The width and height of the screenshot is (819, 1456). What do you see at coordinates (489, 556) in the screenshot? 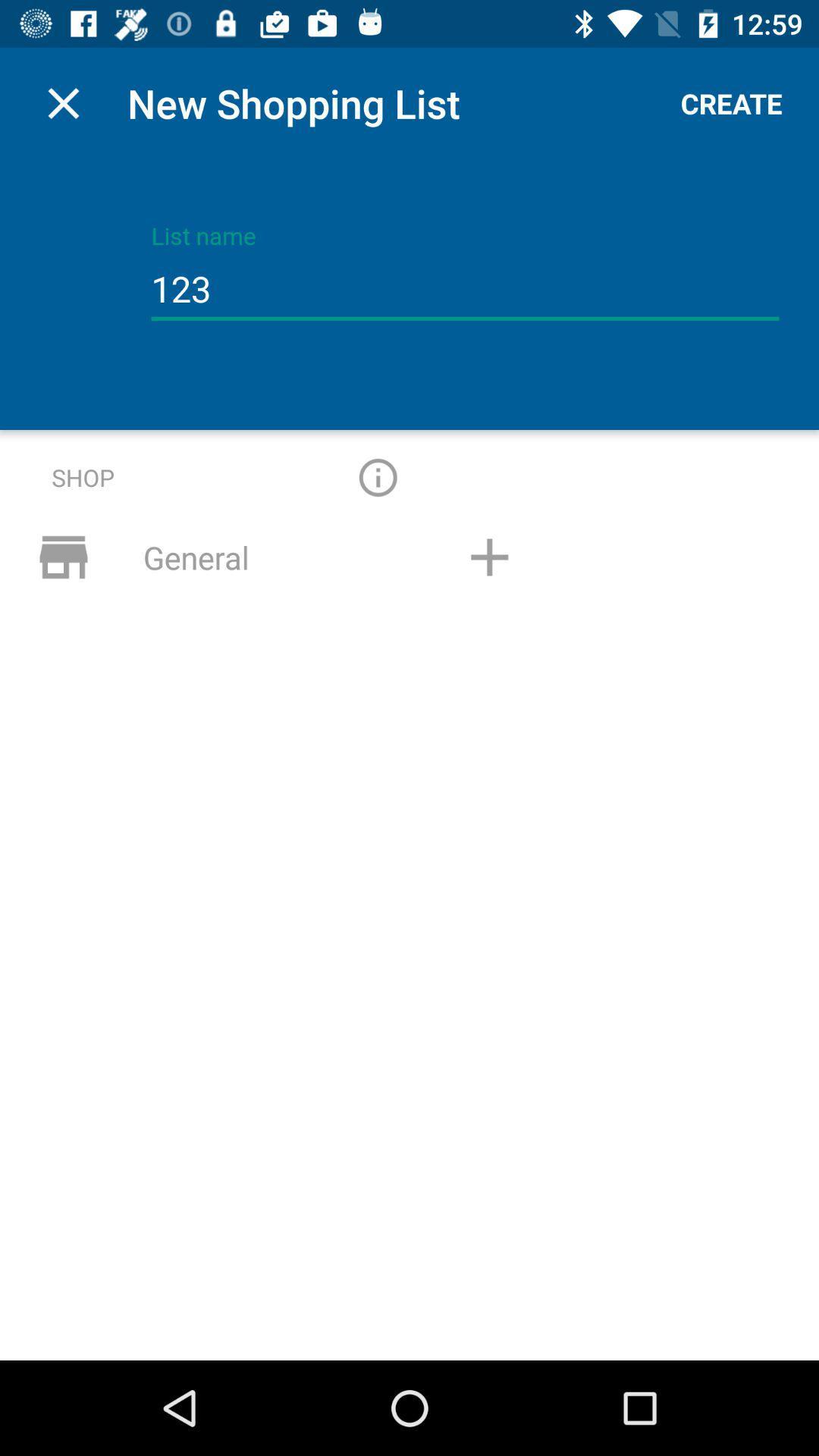
I see `button` at bounding box center [489, 556].